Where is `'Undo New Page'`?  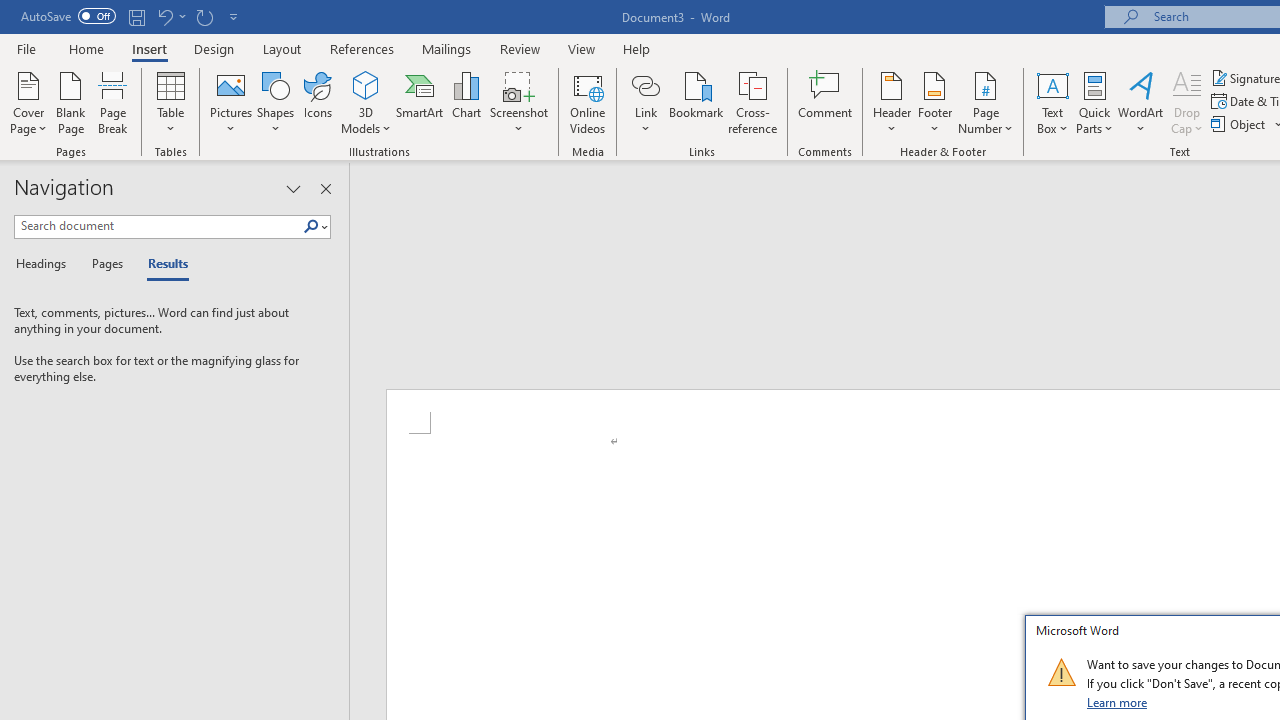 'Undo New Page' is located at coordinates (170, 16).